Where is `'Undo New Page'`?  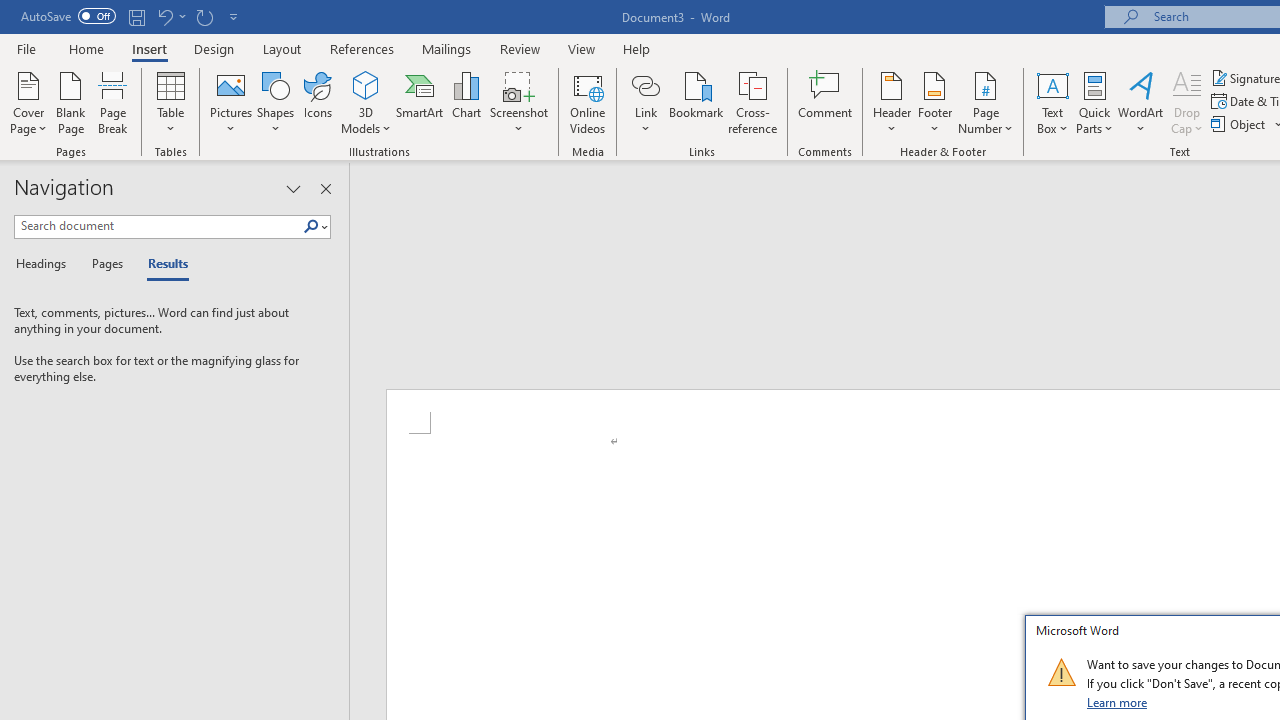 'Undo New Page' is located at coordinates (170, 16).